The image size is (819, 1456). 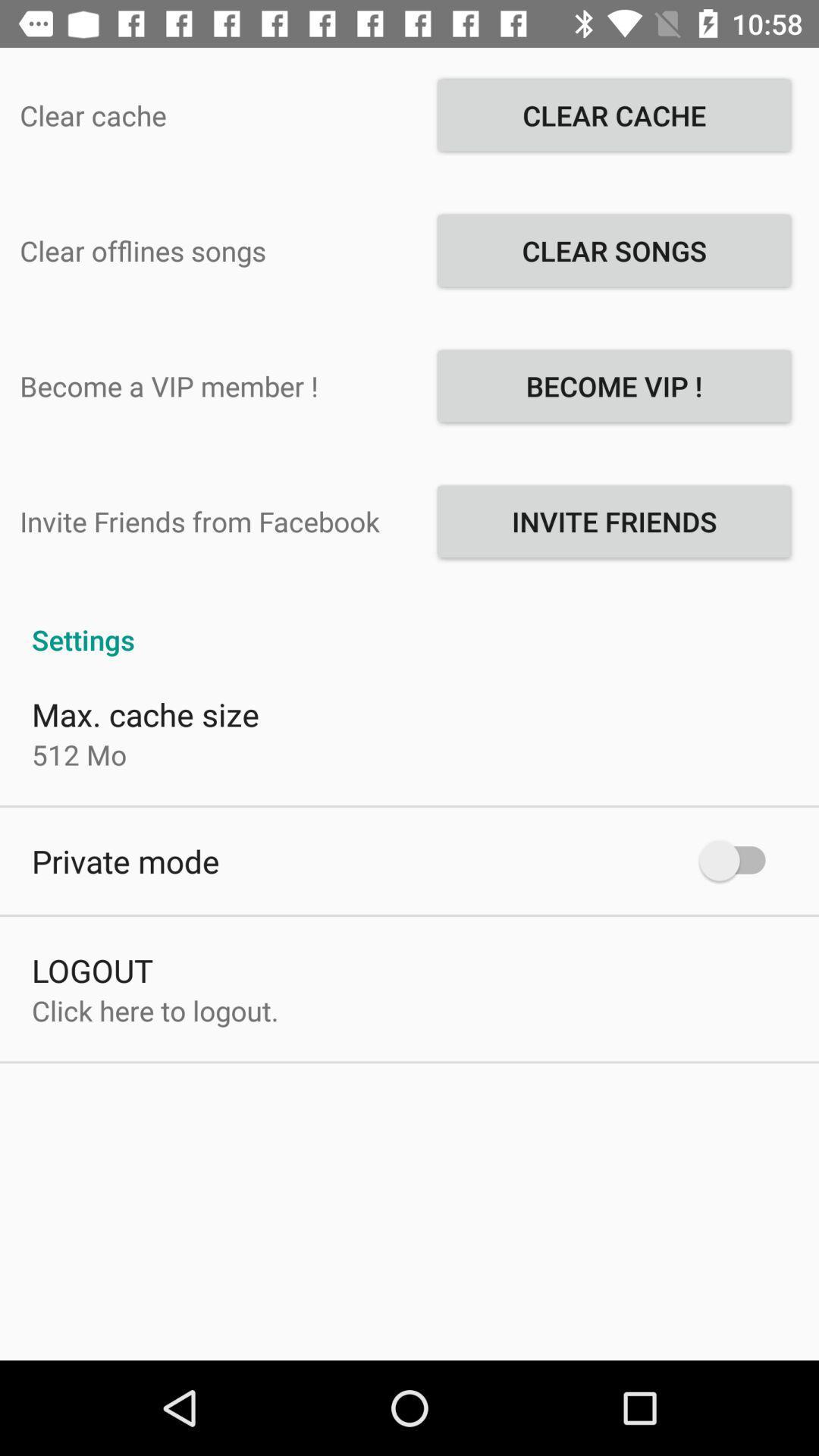 I want to click on app above the max. cache size icon, so click(x=409, y=623).